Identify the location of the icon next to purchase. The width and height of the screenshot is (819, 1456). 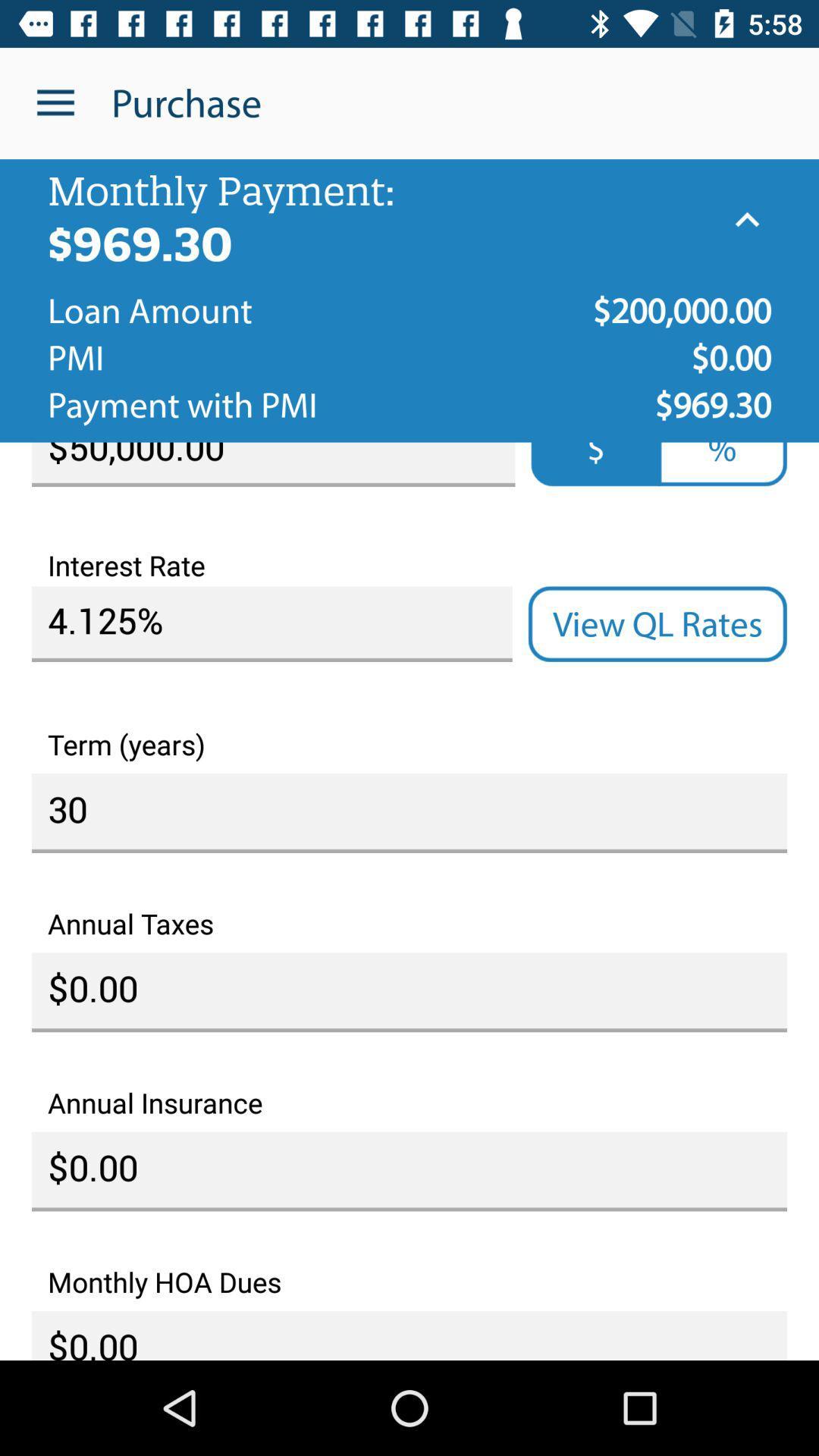
(55, 102).